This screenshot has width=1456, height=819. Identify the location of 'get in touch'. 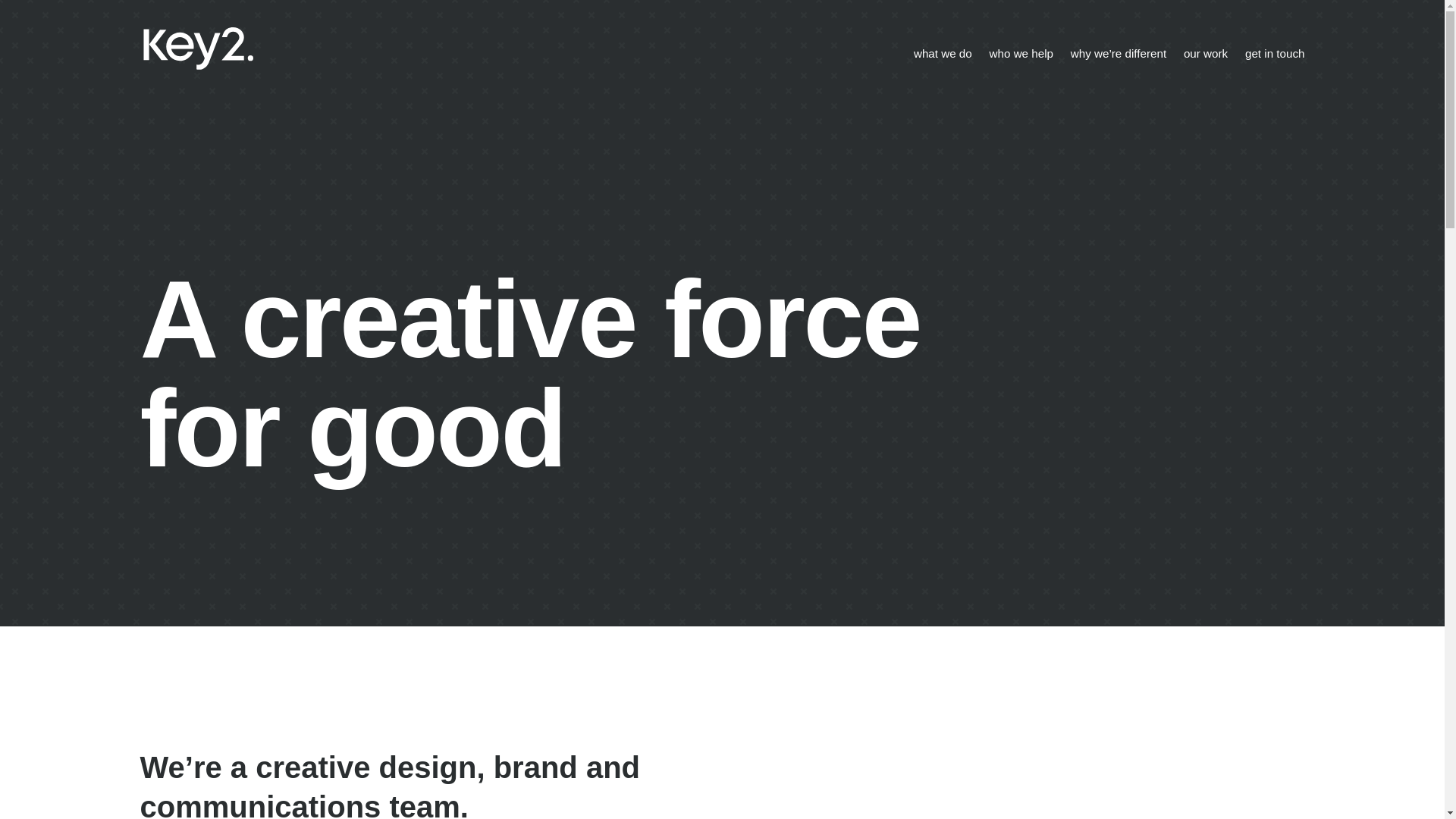
(1266, 55).